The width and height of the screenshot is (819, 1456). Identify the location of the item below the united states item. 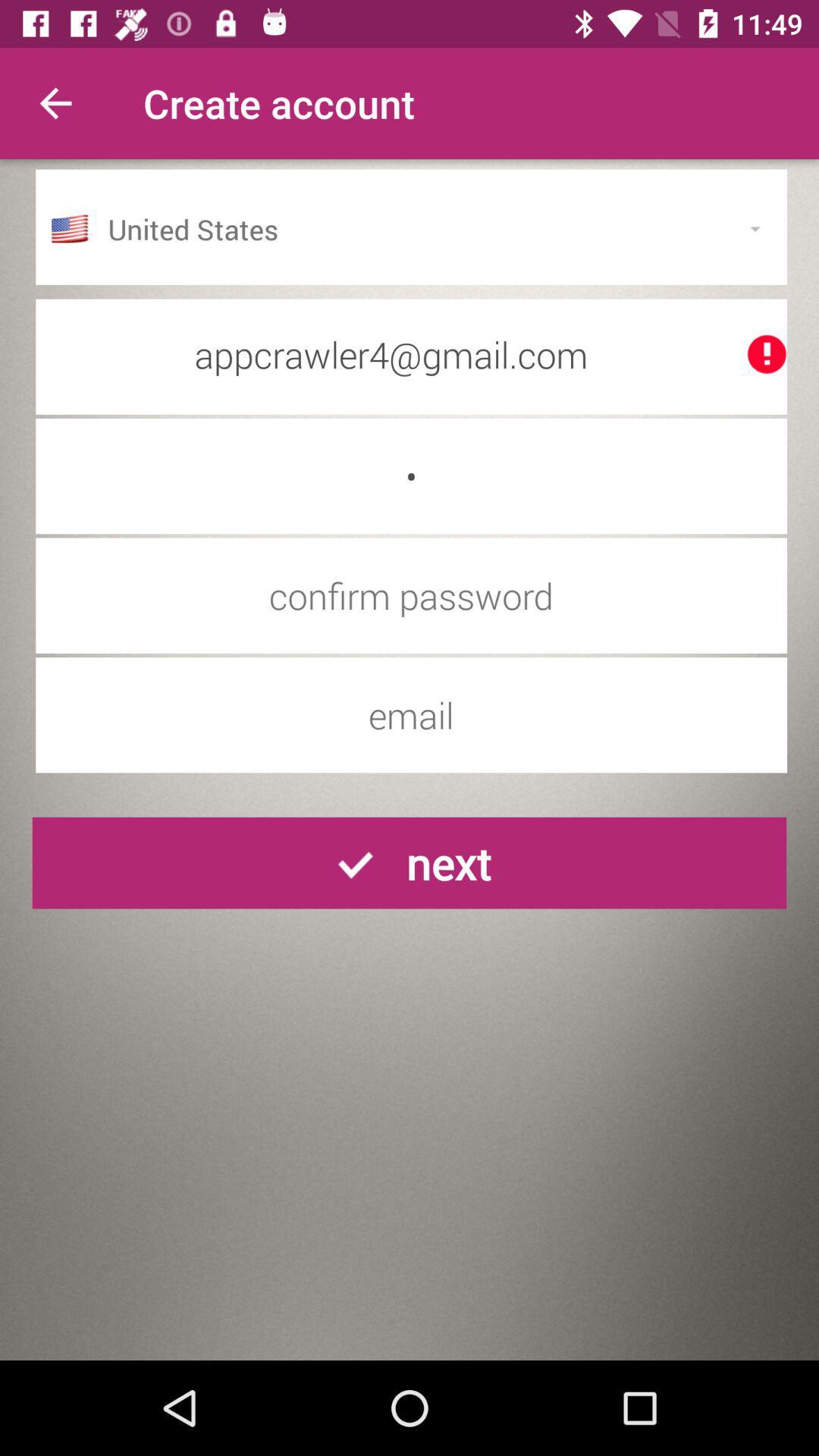
(411, 353).